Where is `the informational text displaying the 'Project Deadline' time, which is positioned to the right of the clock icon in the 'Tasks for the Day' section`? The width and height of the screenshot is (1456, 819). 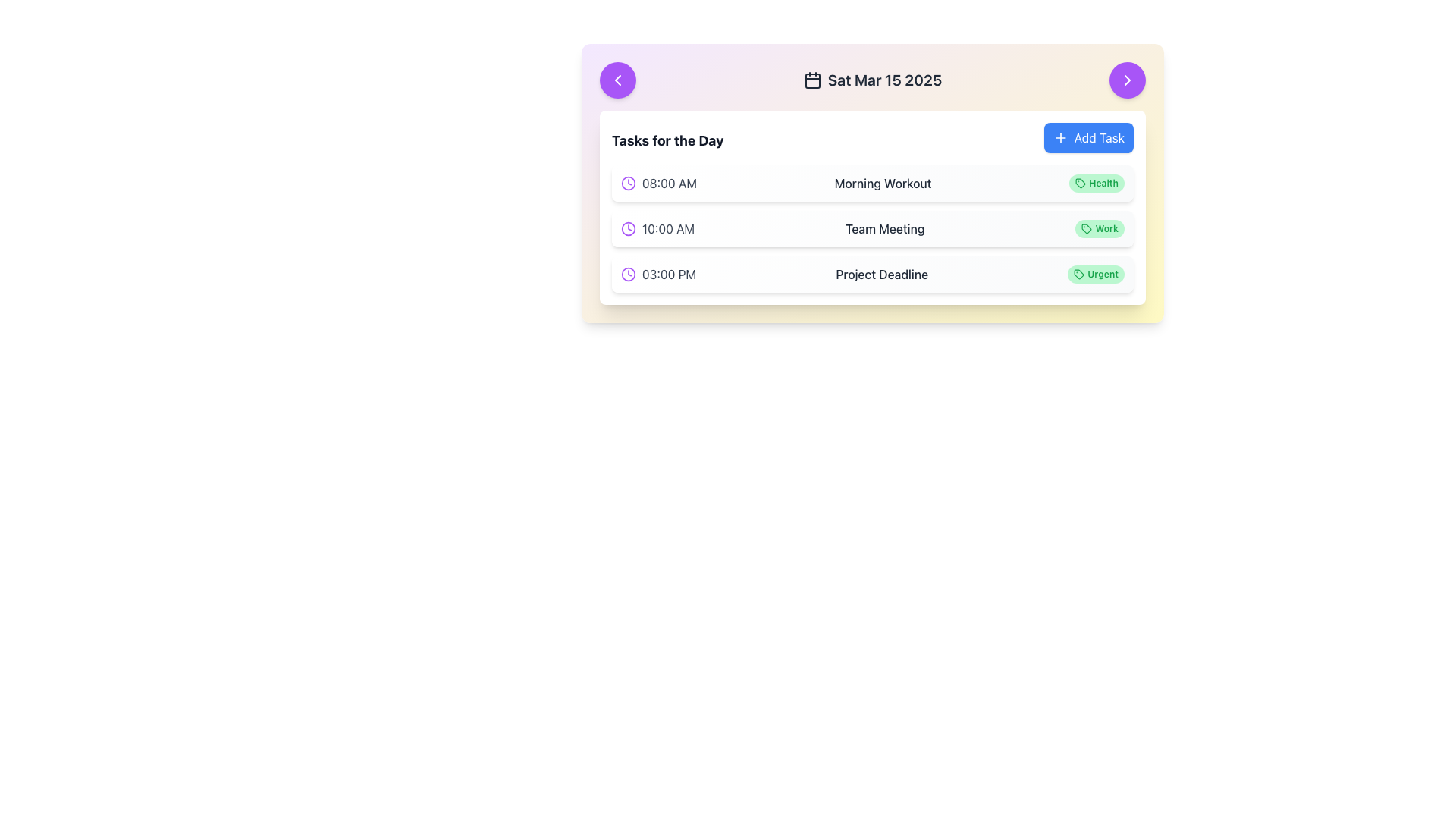 the informational text displaying the 'Project Deadline' time, which is positioned to the right of the clock icon in the 'Tasks for the Day' section is located at coordinates (668, 275).